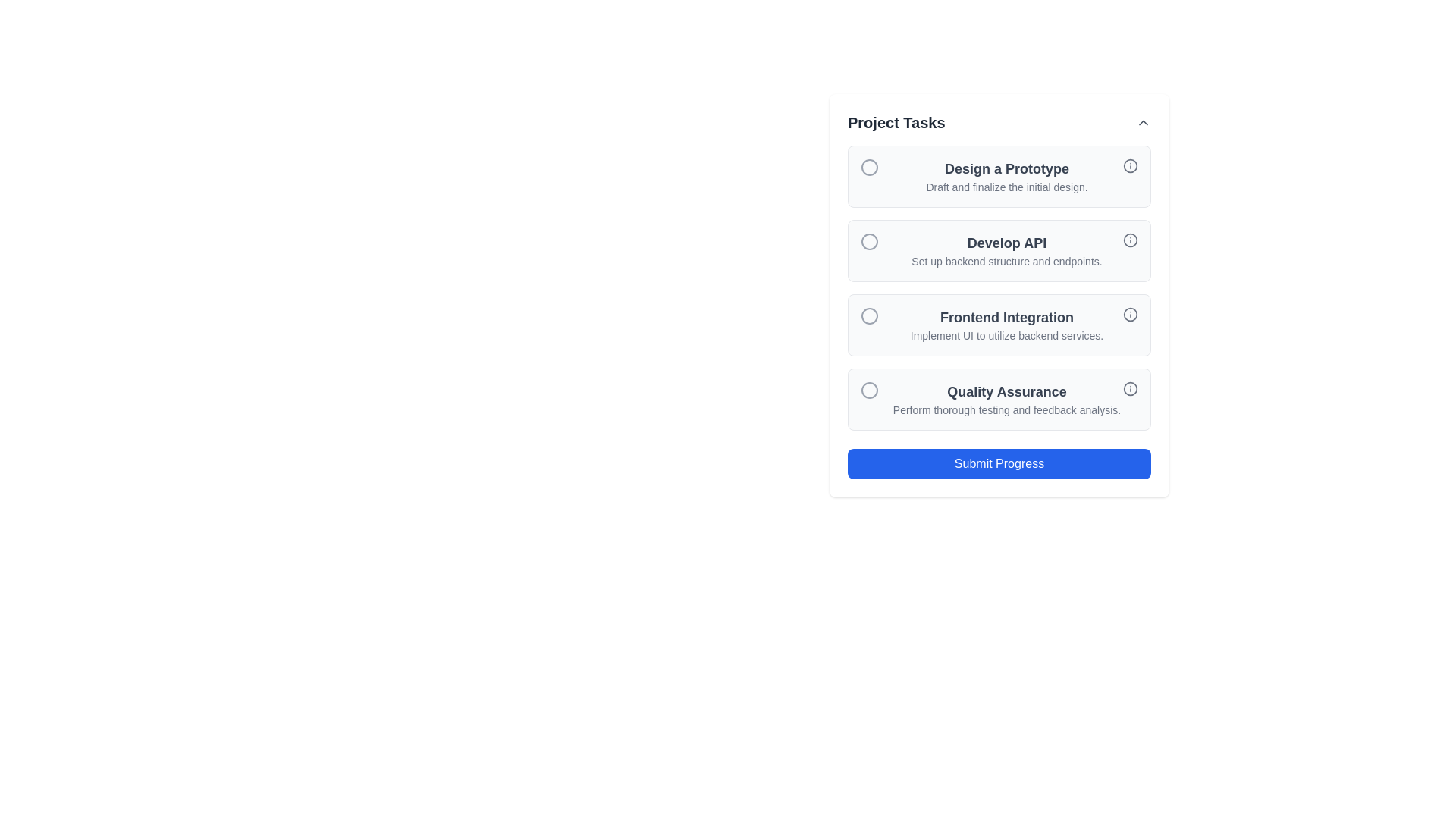  Describe the element at coordinates (1143, 122) in the screenshot. I see `the Chevron-style toggle icon located at the top-right corner of the 'Project Tasks' section` at that location.